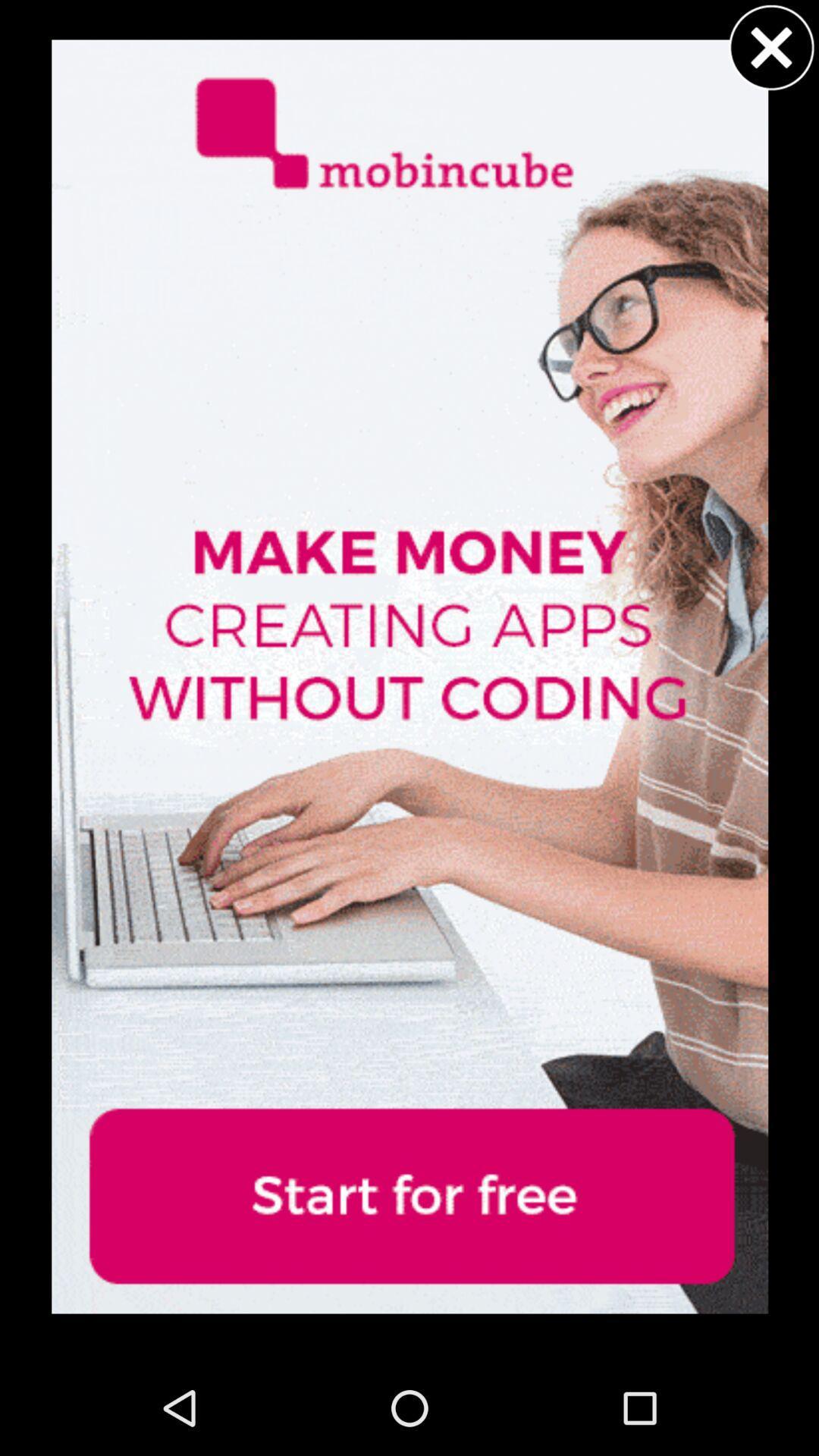 The width and height of the screenshot is (819, 1456). Describe the element at coordinates (771, 51) in the screenshot. I see `the close icon` at that location.